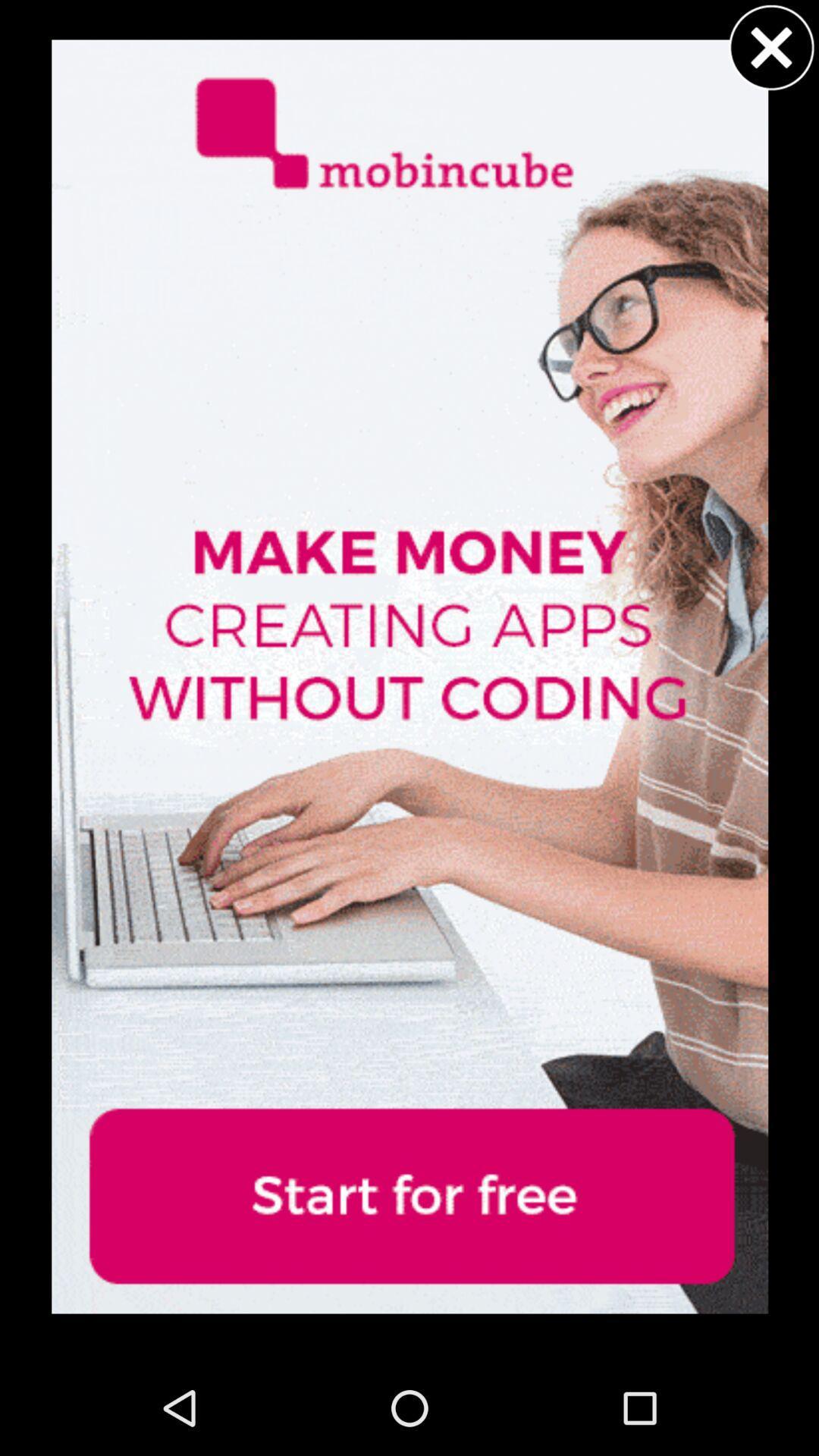 The width and height of the screenshot is (819, 1456). Describe the element at coordinates (771, 51) in the screenshot. I see `the close icon` at that location.